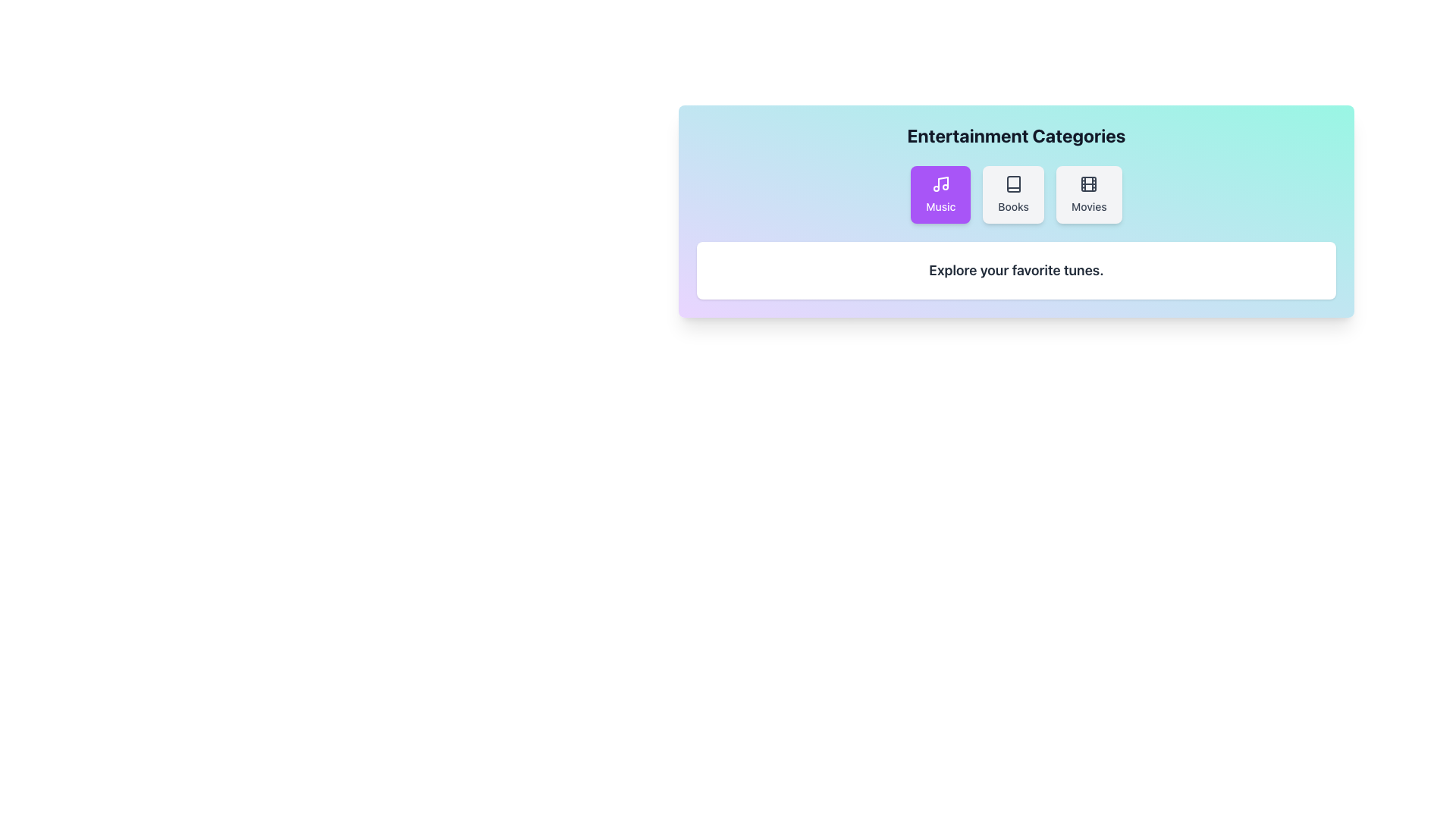  I want to click on the 'Music' icon in the 'Entertainment Categories' section, which has a purple background and is the leftmost button for accessing music-related features, so click(939, 184).